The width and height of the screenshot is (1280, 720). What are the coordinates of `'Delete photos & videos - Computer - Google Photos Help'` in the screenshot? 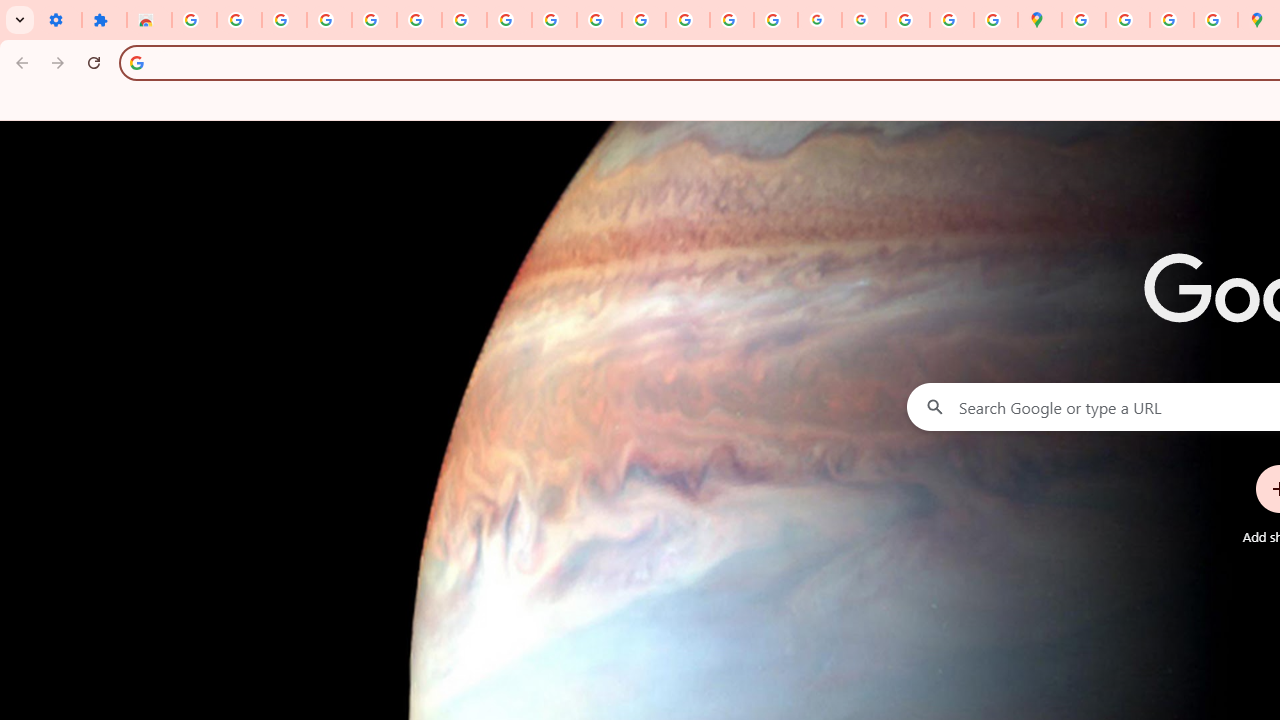 It's located at (283, 20).